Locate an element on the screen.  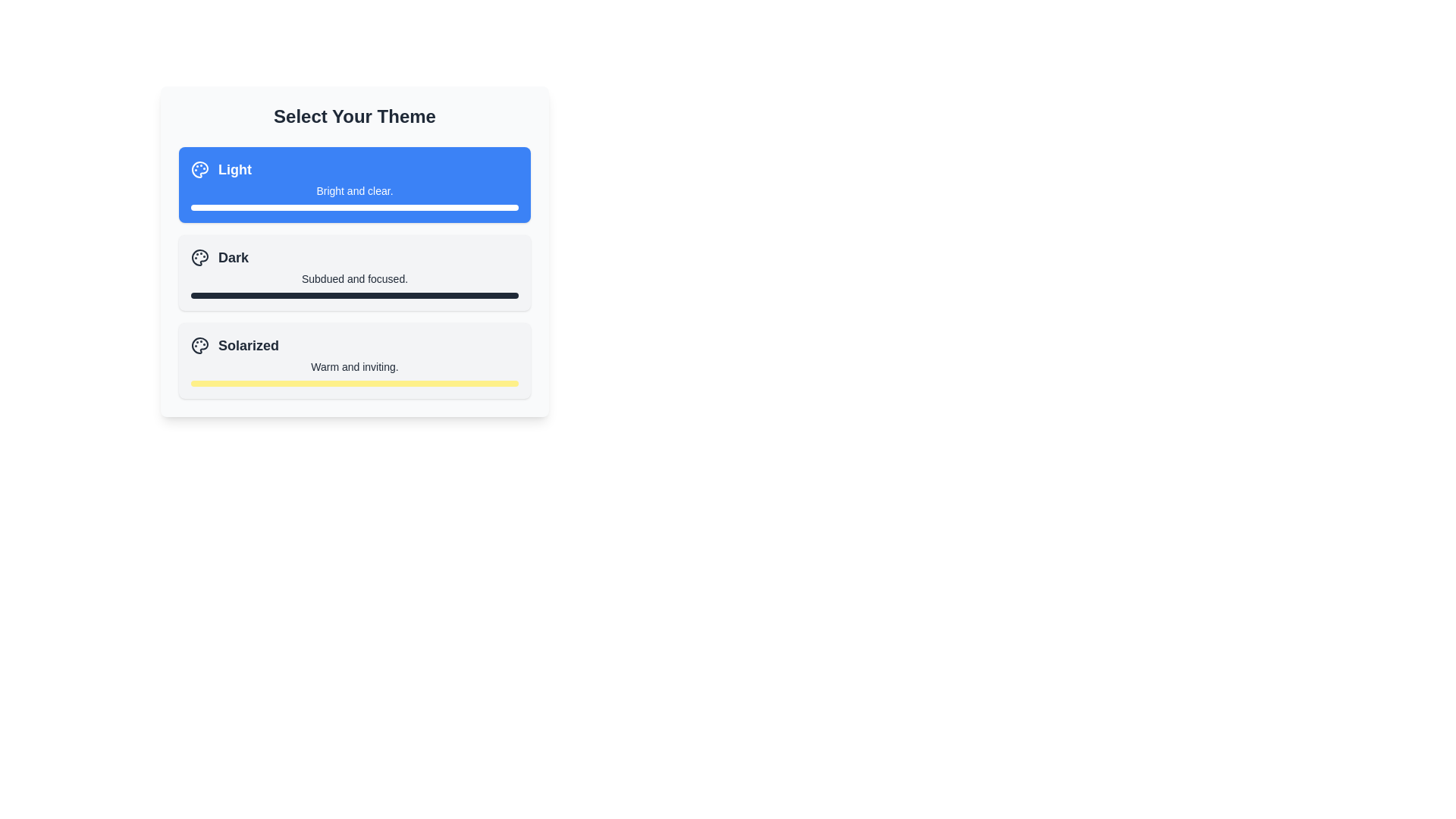
the SVG icon shaped like a painter's palette located to the left of the text 'Dark' in the second option of the theme selection list is located at coordinates (199, 256).